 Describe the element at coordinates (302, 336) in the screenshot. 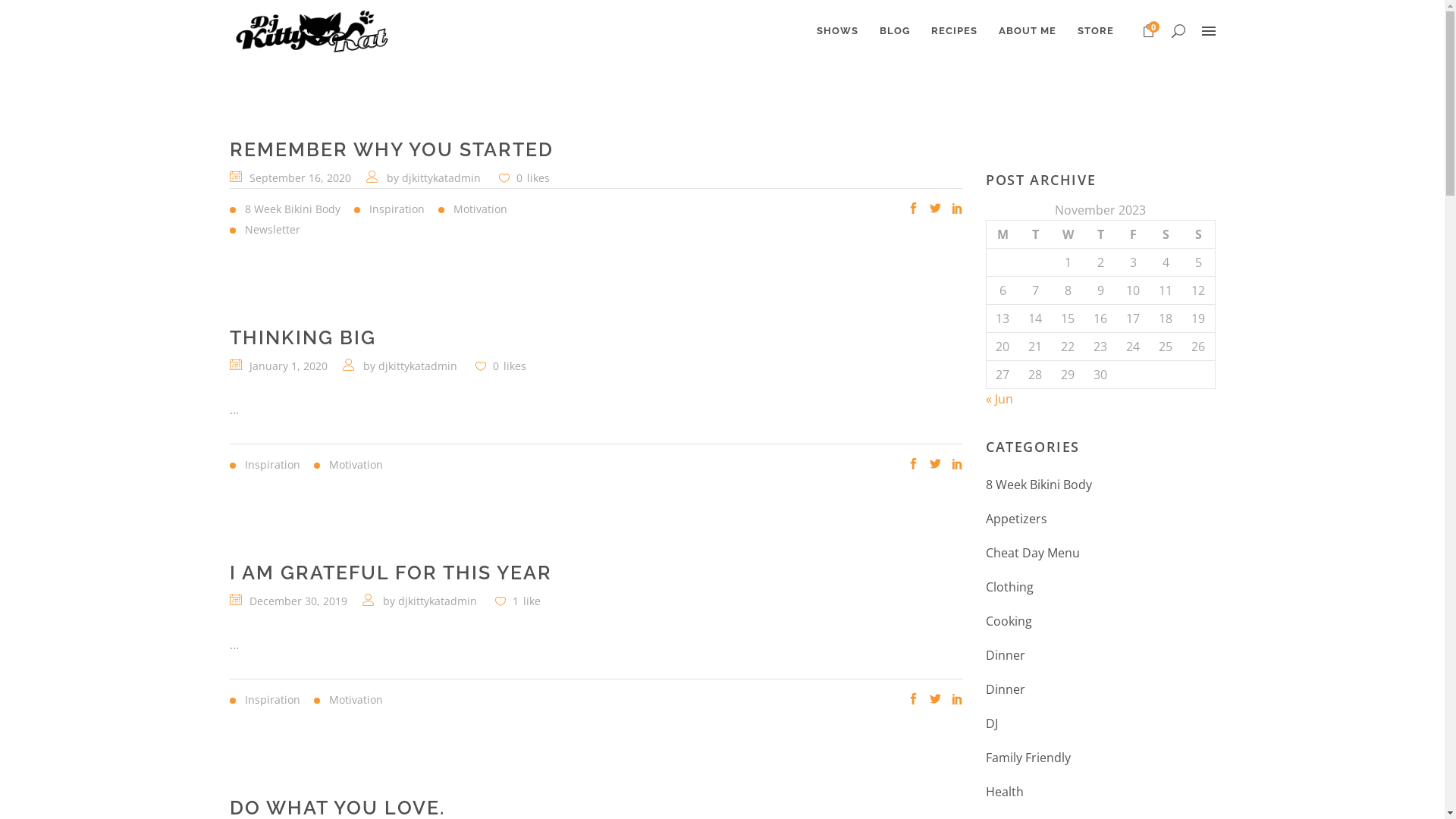

I see `'THINKING BIG'` at that location.